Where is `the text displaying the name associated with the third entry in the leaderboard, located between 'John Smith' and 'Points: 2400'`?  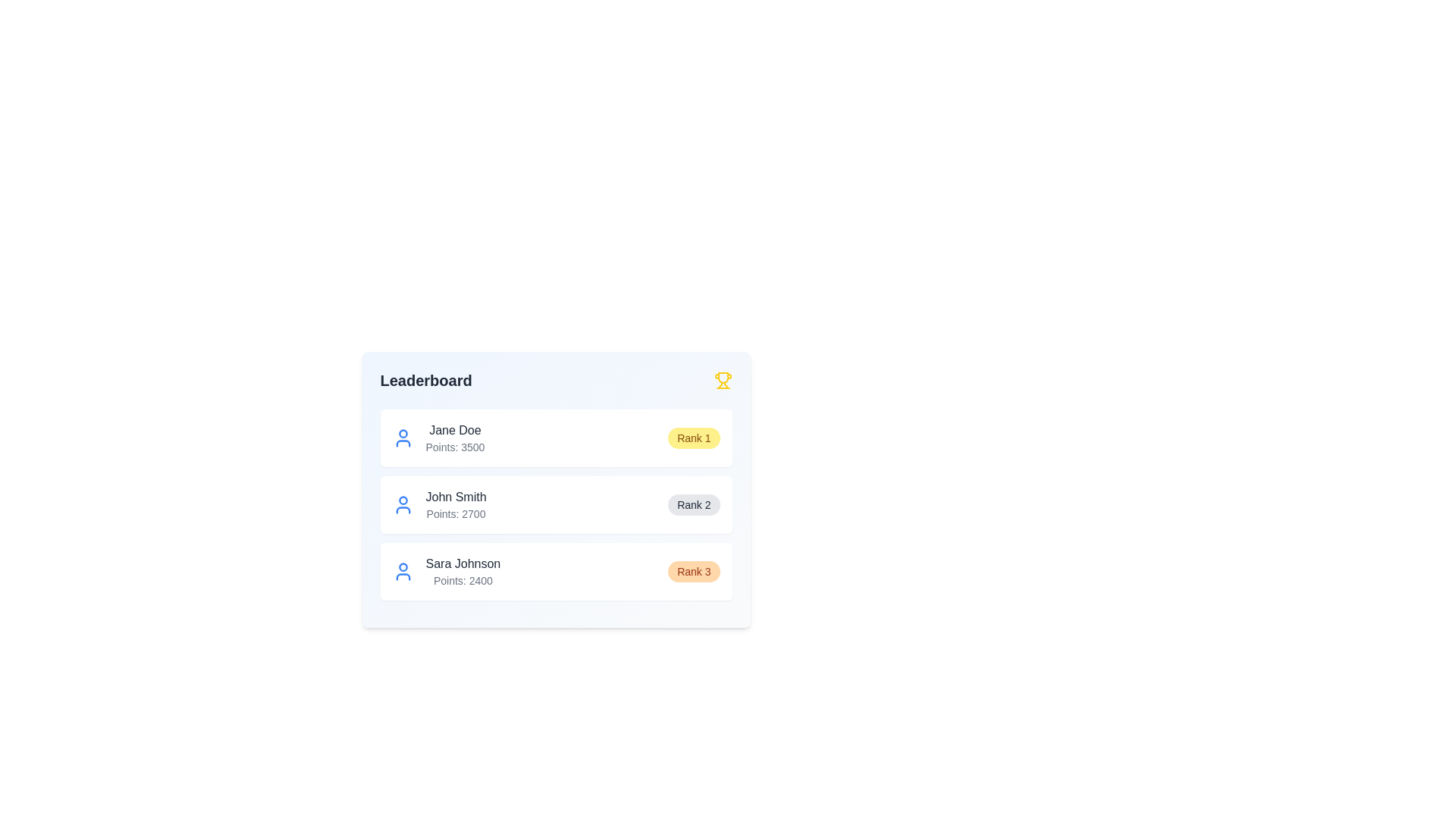 the text displaying the name associated with the third entry in the leaderboard, located between 'John Smith' and 'Points: 2400' is located at coordinates (462, 564).